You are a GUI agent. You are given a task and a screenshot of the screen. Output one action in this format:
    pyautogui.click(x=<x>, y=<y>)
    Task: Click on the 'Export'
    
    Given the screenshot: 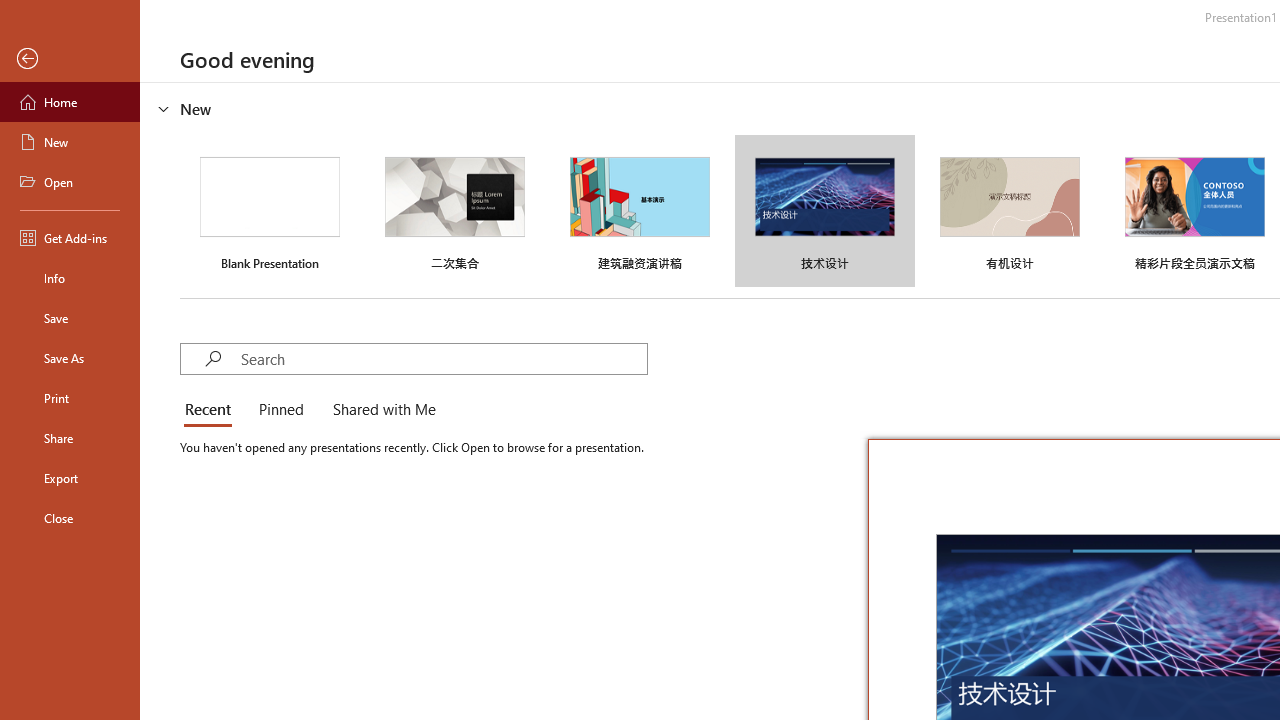 What is the action you would take?
    pyautogui.click(x=69, y=478)
    